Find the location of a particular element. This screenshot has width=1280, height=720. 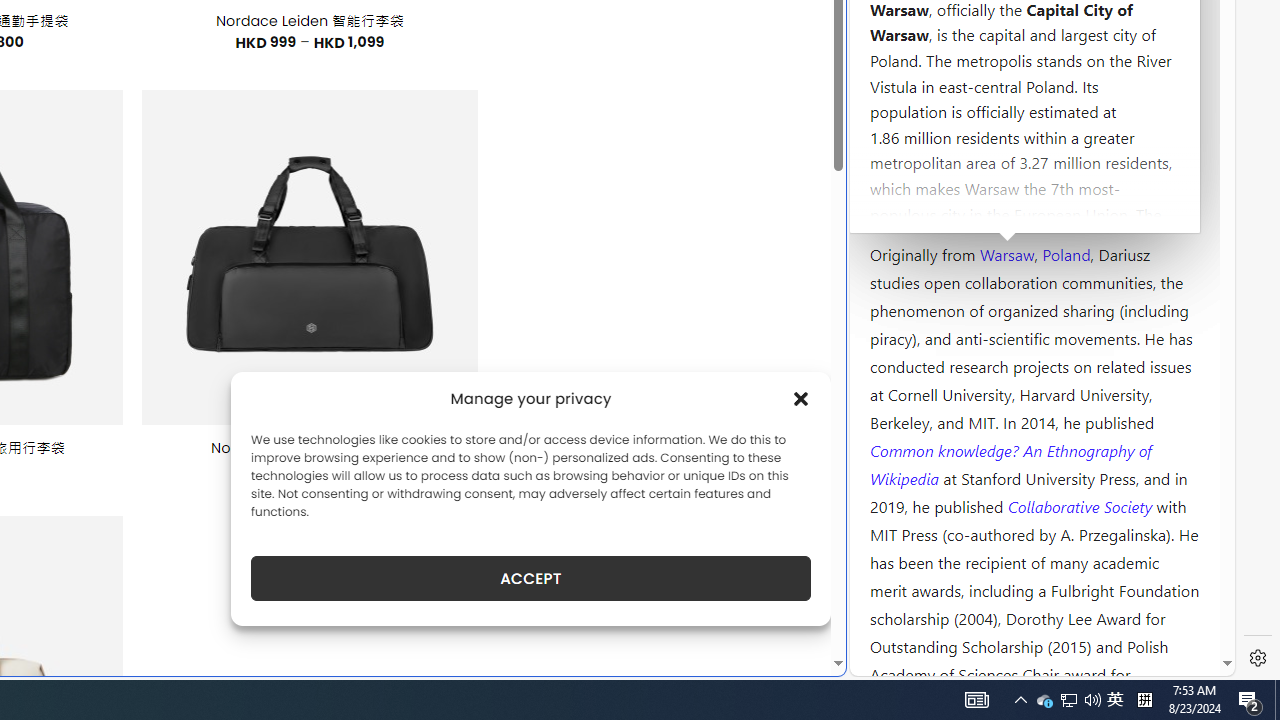

'Class: cmplz-close' is located at coordinates (801, 398).